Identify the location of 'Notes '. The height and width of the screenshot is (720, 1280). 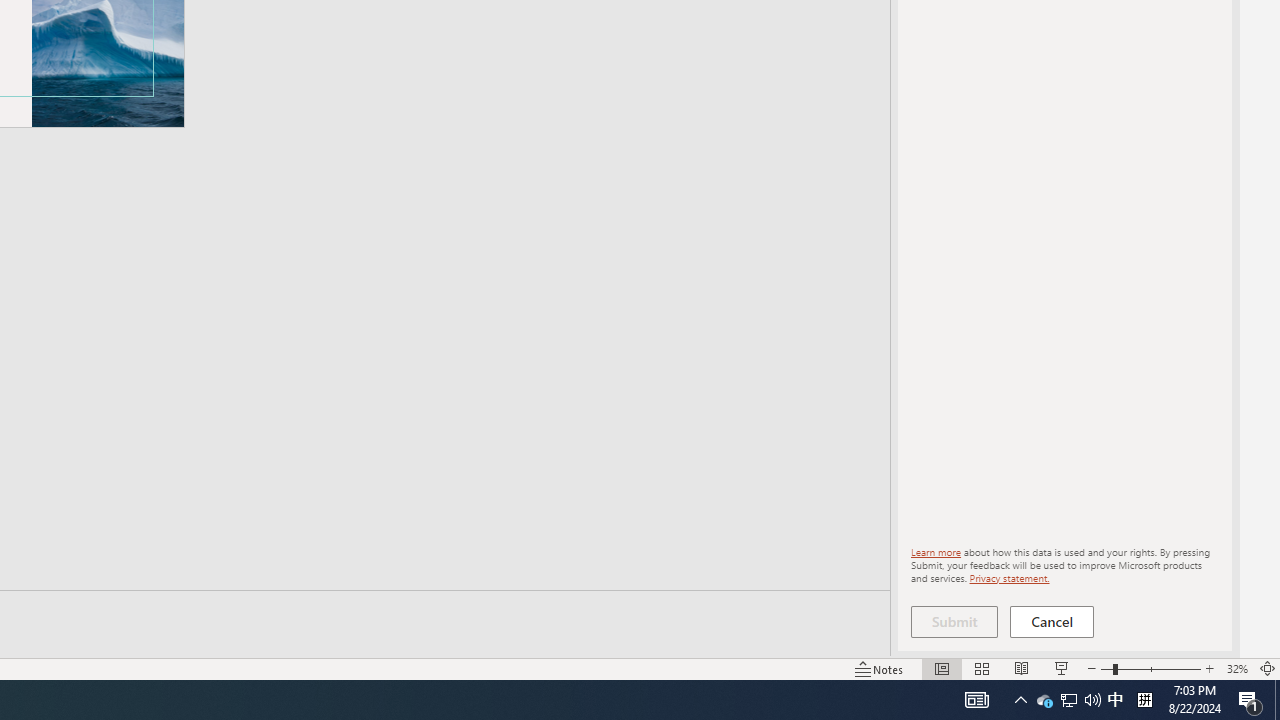
(879, 669).